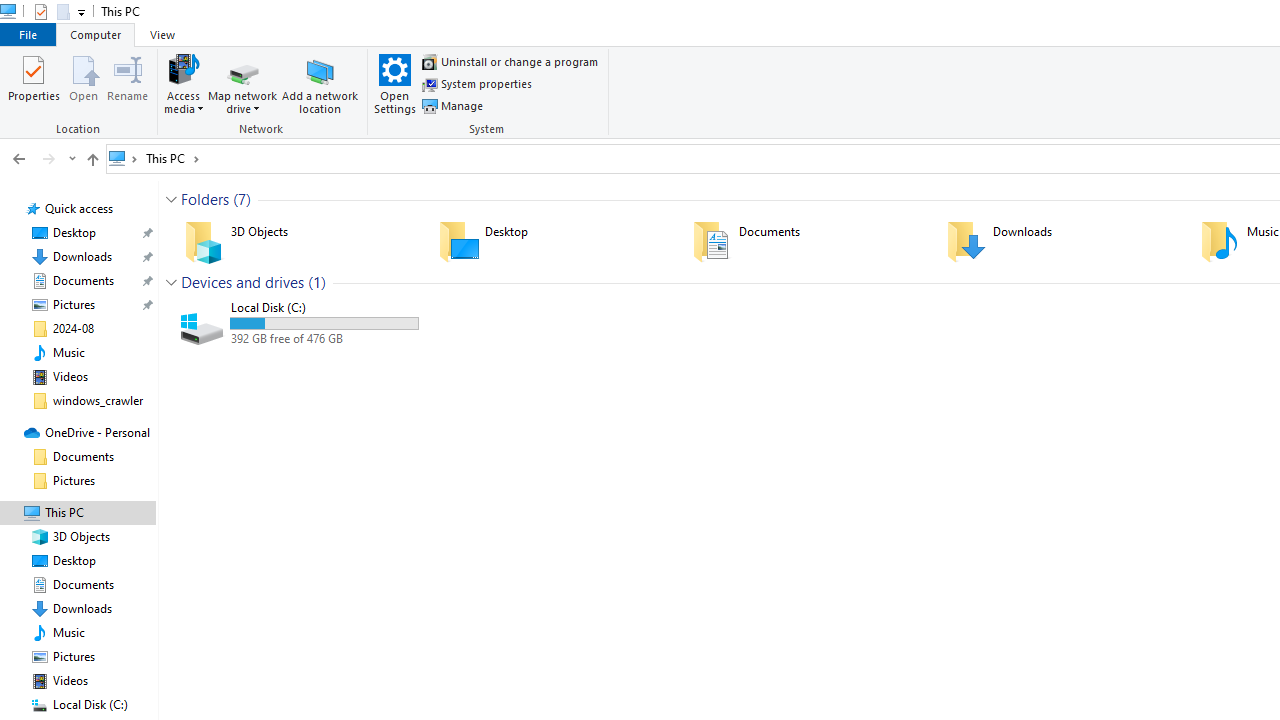 The width and height of the screenshot is (1280, 720). I want to click on 'Up to "Desktop" (Alt + Up Arrow)', so click(91, 159).